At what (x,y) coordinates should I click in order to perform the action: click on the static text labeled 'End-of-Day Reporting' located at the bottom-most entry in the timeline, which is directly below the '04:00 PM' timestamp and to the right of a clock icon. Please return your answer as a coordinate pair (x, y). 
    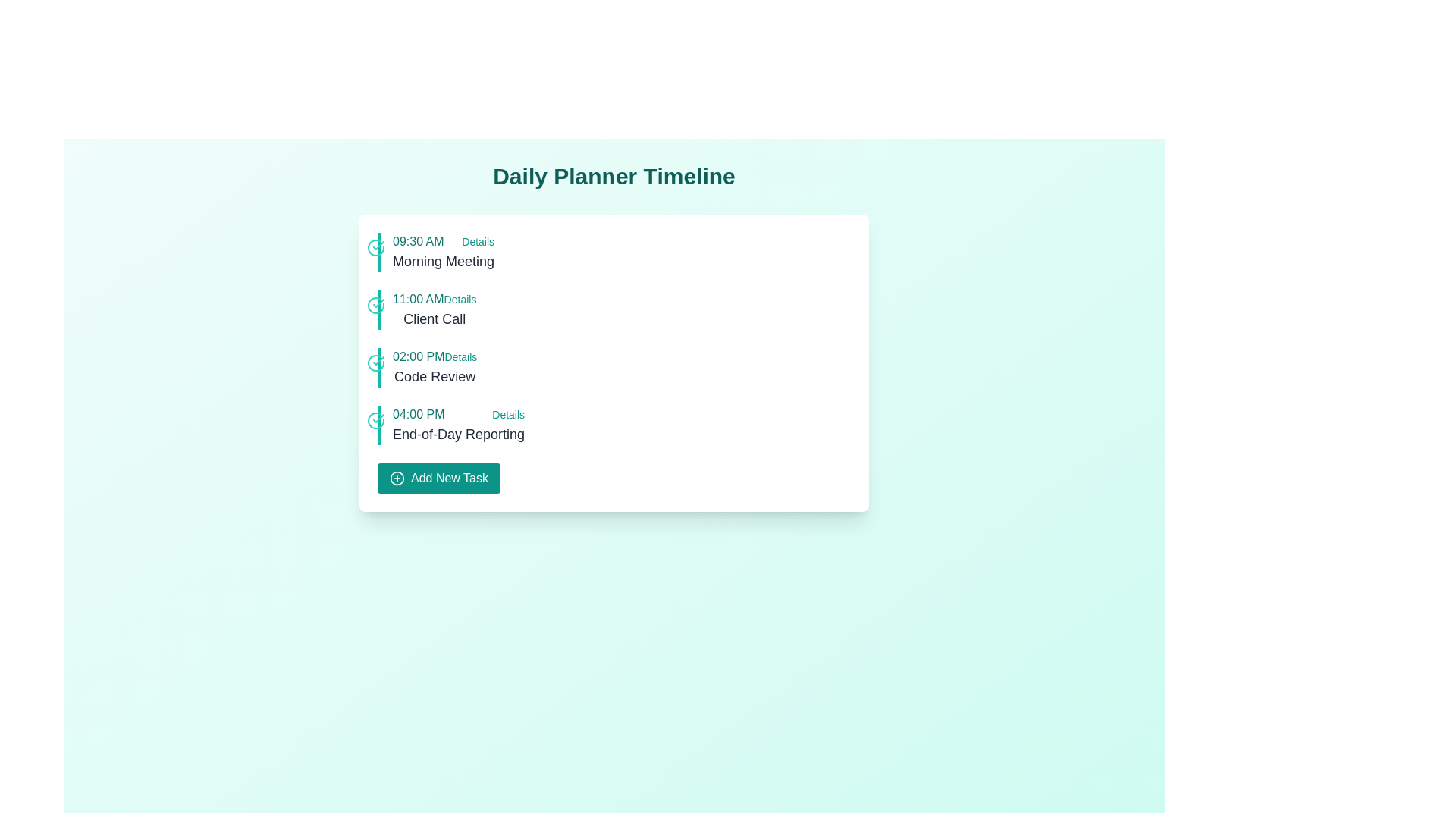
    Looking at the image, I should click on (457, 435).